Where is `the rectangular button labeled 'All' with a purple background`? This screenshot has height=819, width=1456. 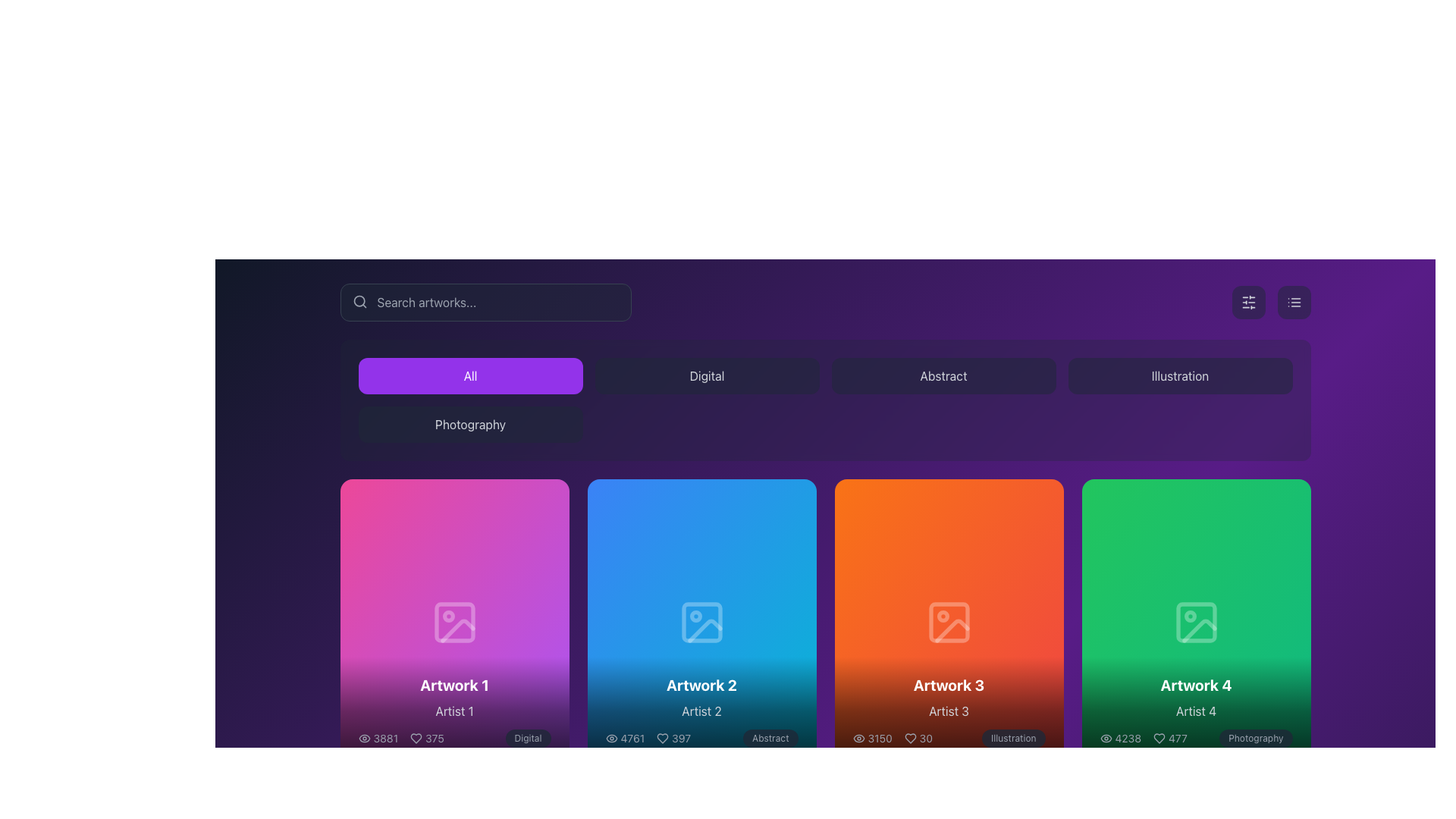 the rectangular button labeled 'All' with a purple background is located at coordinates (469, 375).